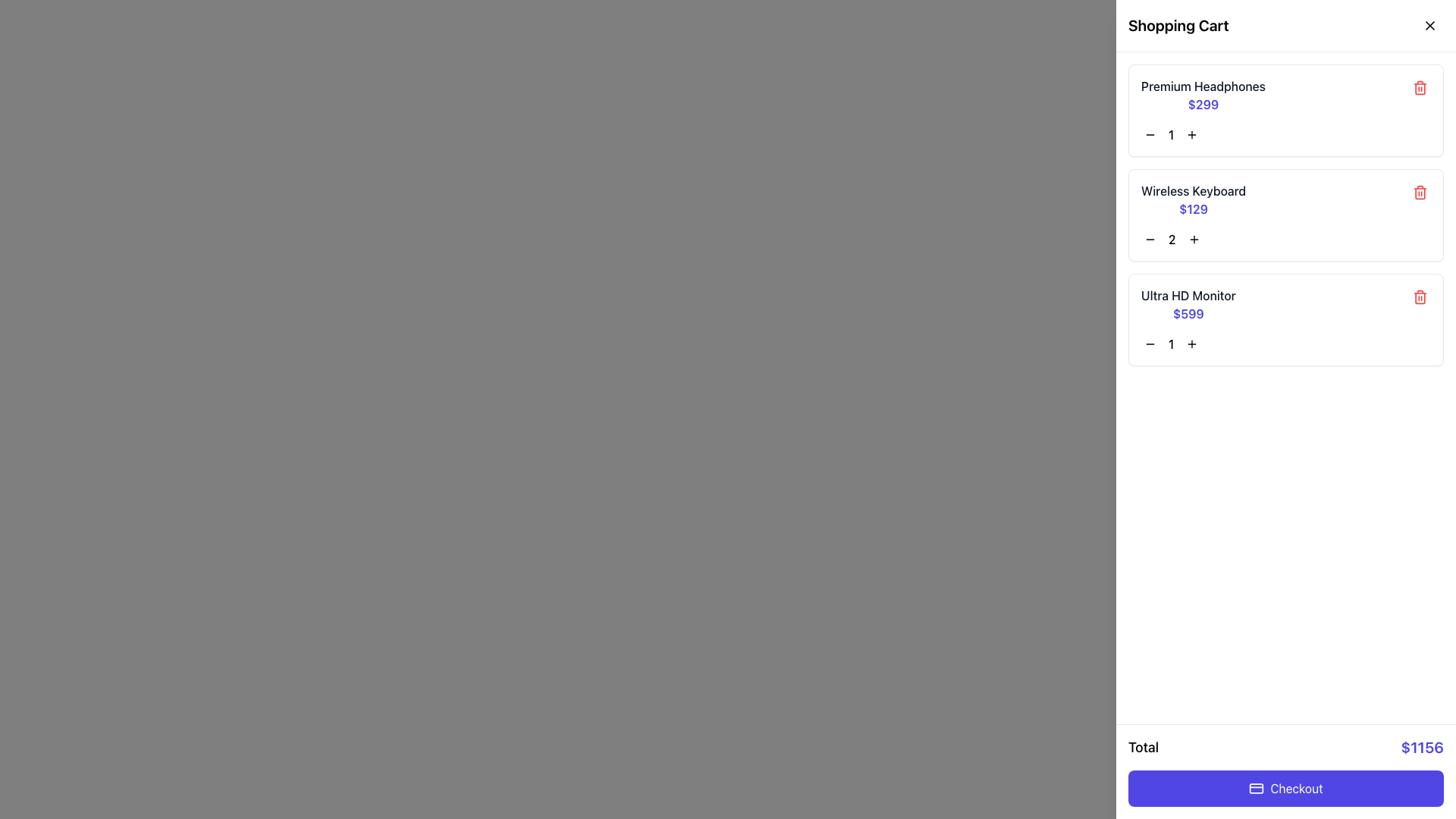 The height and width of the screenshot is (819, 1456). What do you see at coordinates (1193, 190) in the screenshot?
I see `the text label for the product 'Wireless Keyboard' located in the shopping cart section, positioned above the price '$129' and below 'Premium Headphones'` at bounding box center [1193, 190].